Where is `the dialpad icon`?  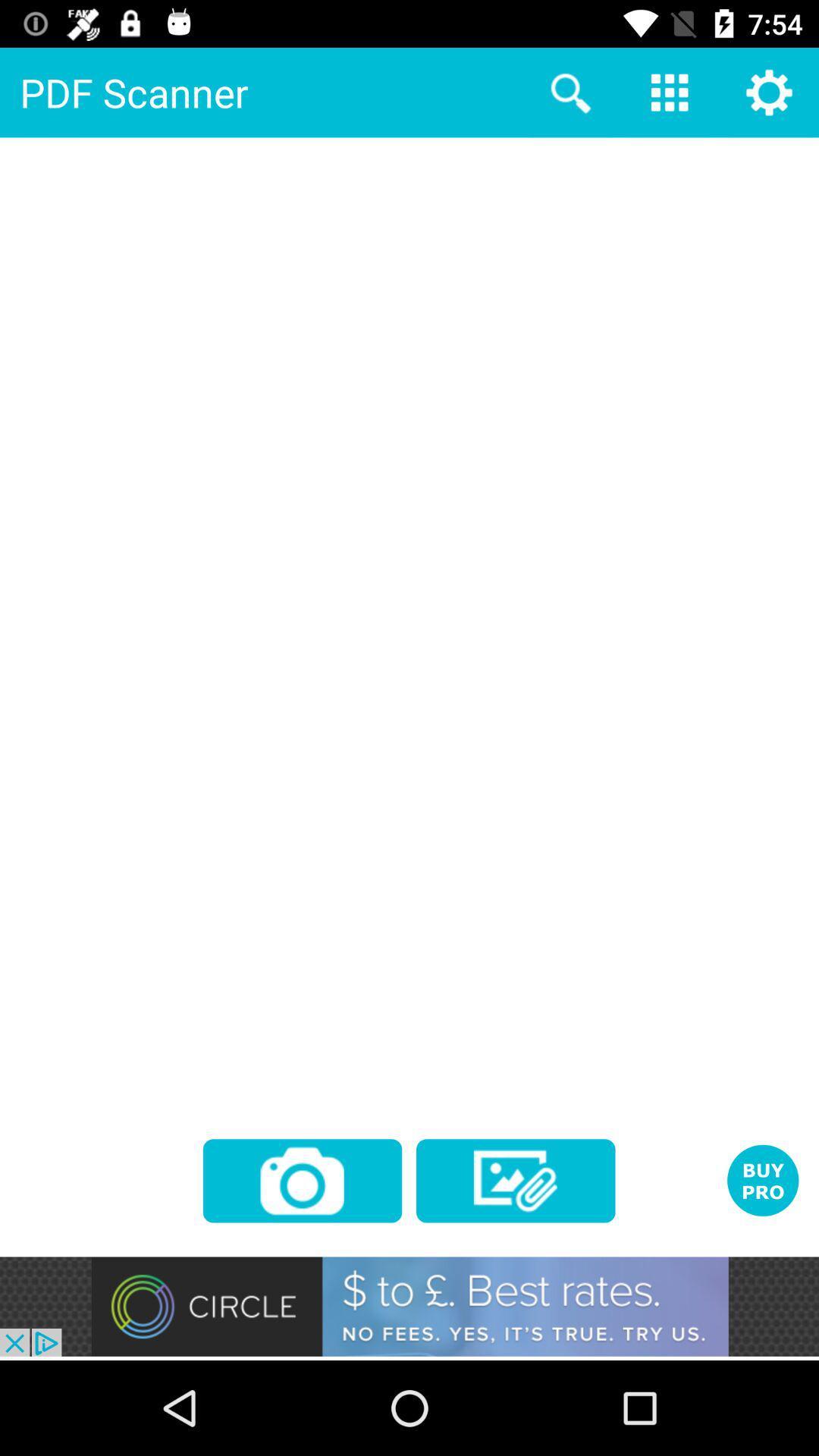
the dialpad icon is located at coordinates (669, 92).